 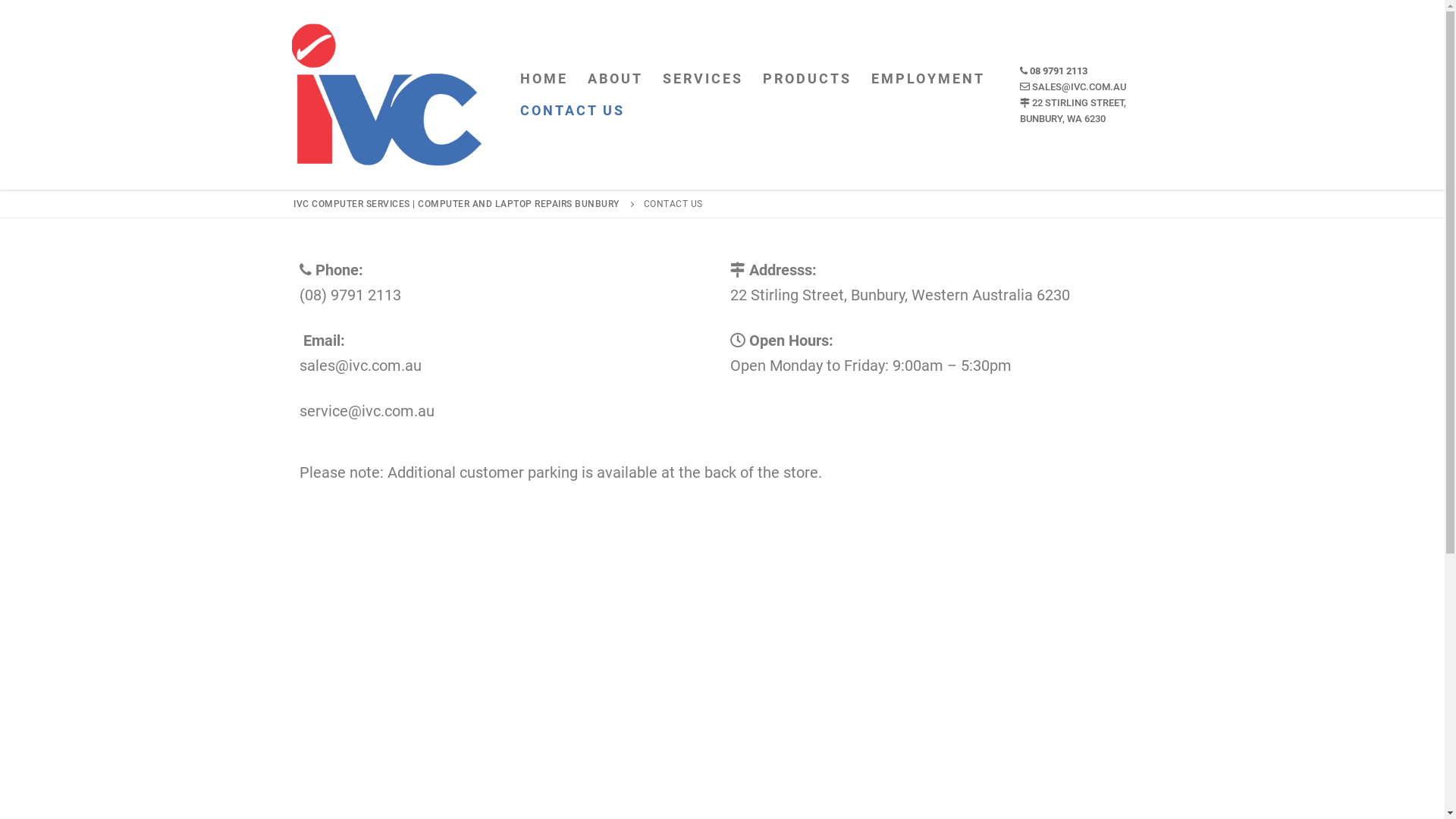 What do you see at coordinates (543, 79) in the screenshot?
I see `'HOME'` at bounding box center [543, 79].